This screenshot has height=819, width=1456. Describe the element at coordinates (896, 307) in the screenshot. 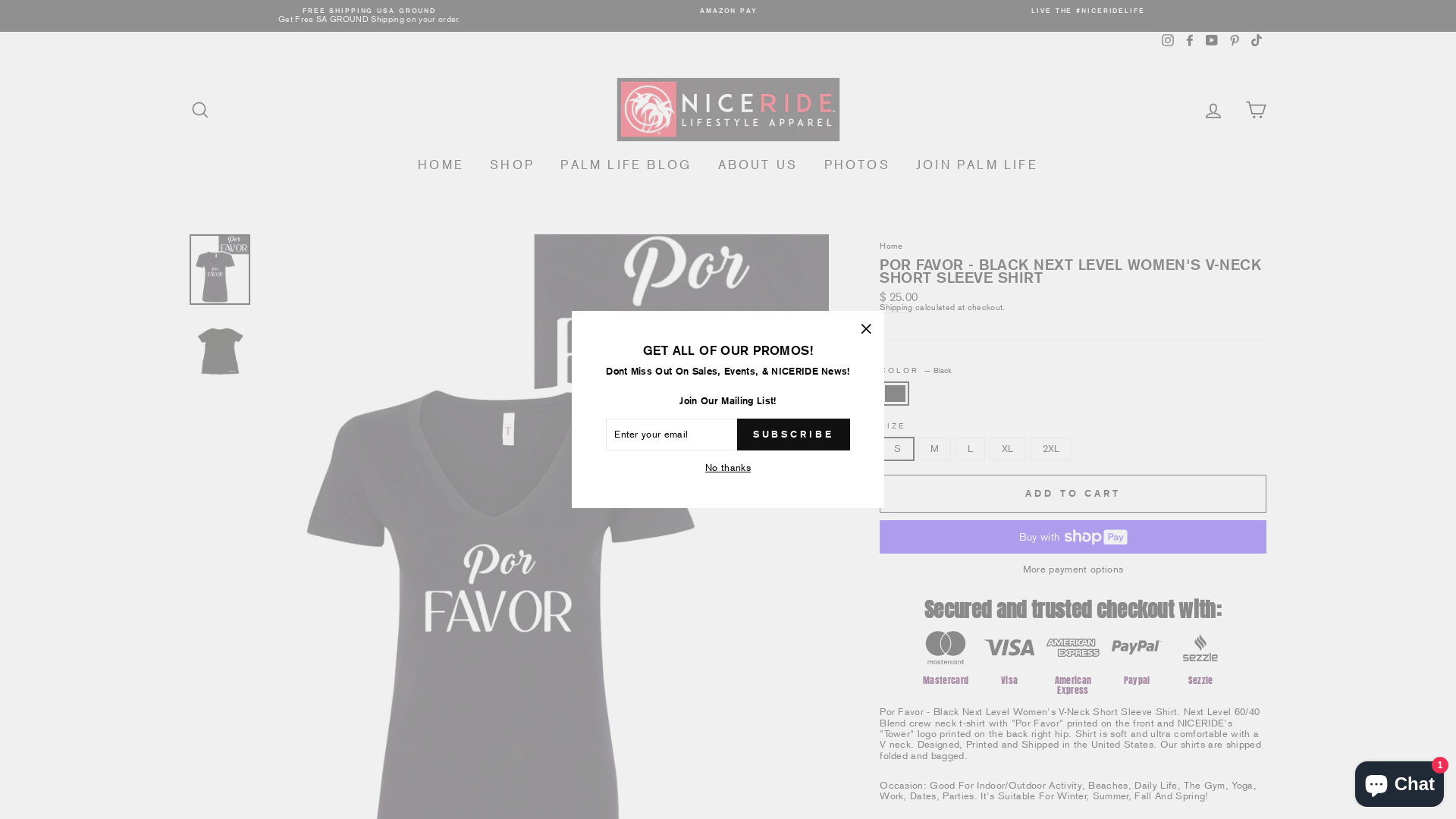

I see `'Shipping'` at that location.